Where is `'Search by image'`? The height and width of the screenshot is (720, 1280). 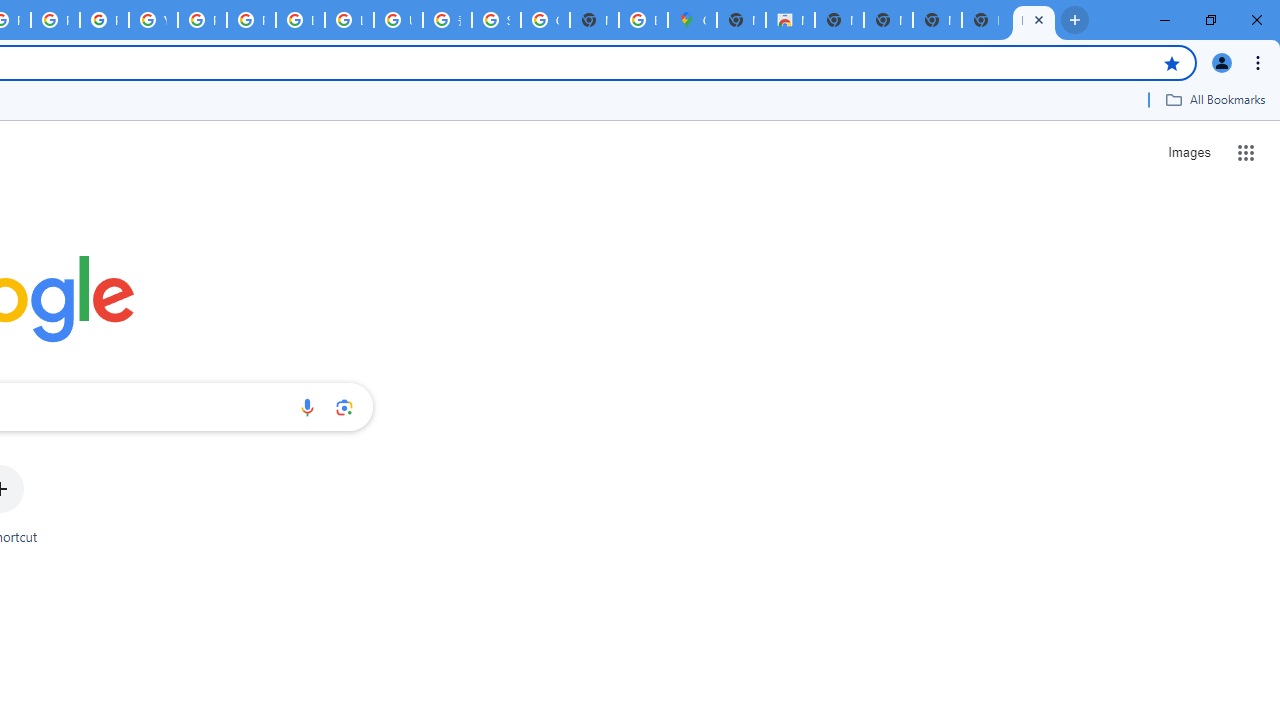
'Search by image' is located at coordinates (344, 406).